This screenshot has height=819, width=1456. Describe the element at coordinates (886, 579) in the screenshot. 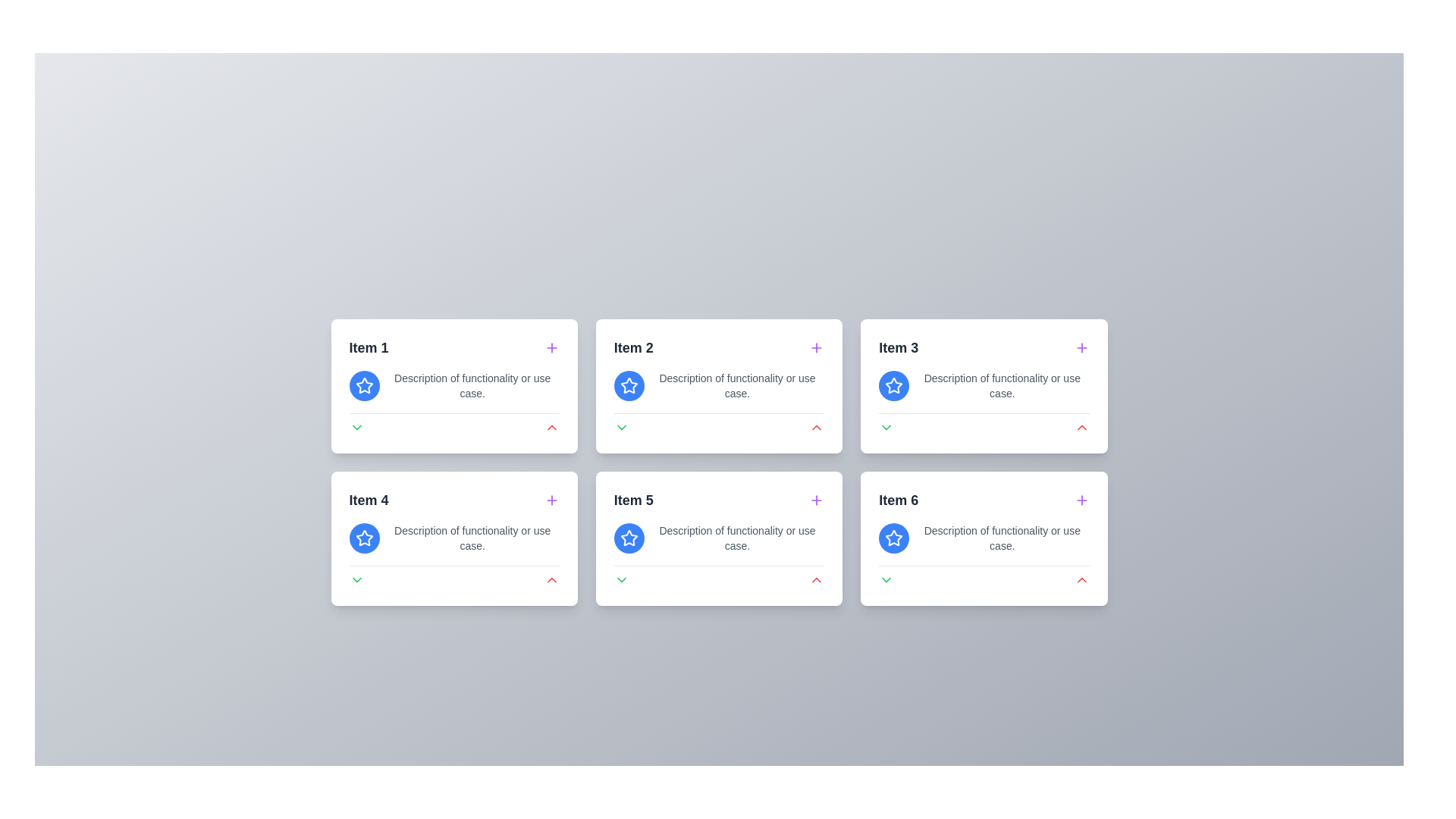

I see `the green downward-facing chevron icon button located in the bottom-left corner of the 'Item 6' card` at that location.